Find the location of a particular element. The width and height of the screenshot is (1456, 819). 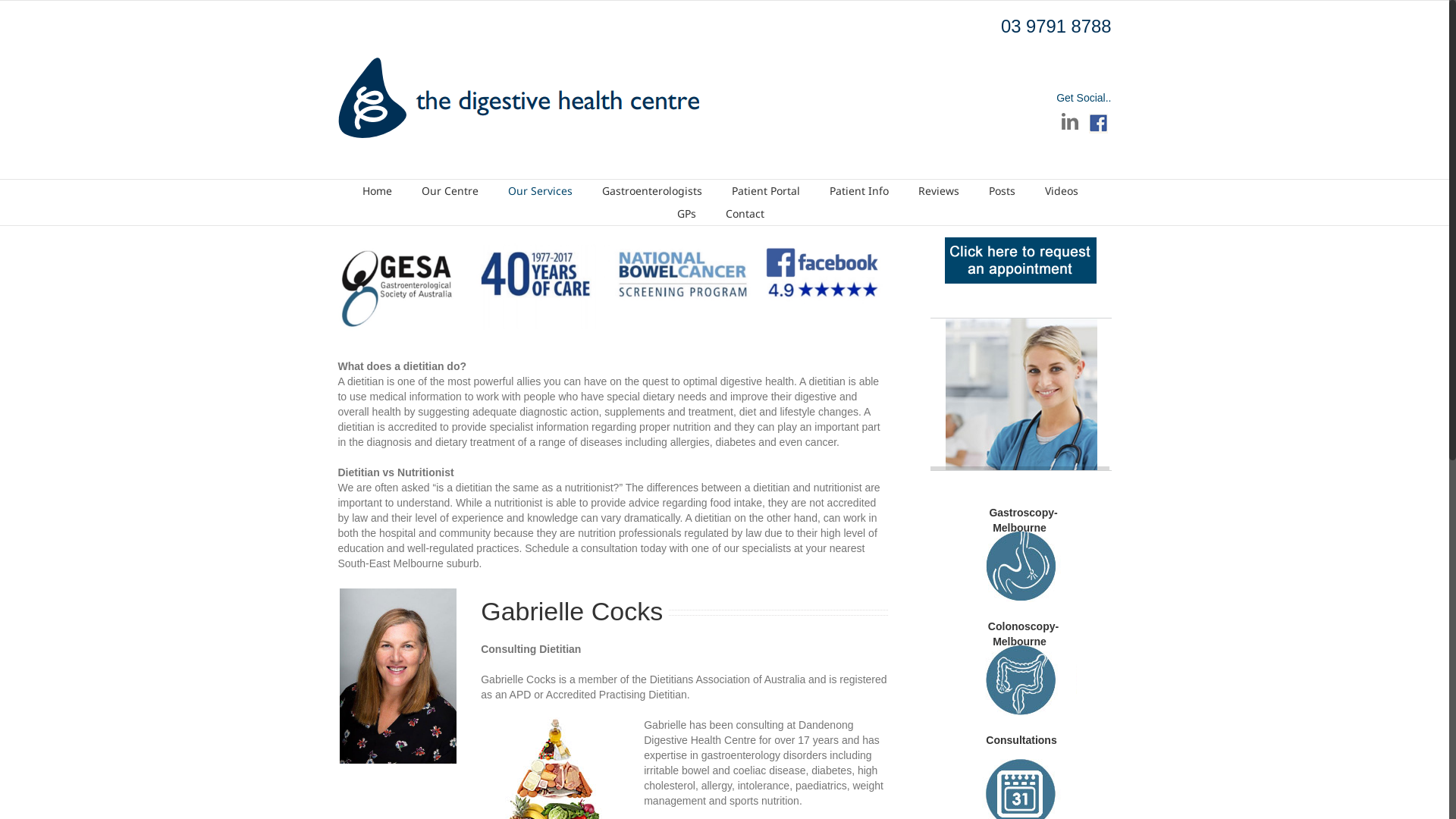

'Gabrielle-Cocks' is located at coordinates (397, 675).